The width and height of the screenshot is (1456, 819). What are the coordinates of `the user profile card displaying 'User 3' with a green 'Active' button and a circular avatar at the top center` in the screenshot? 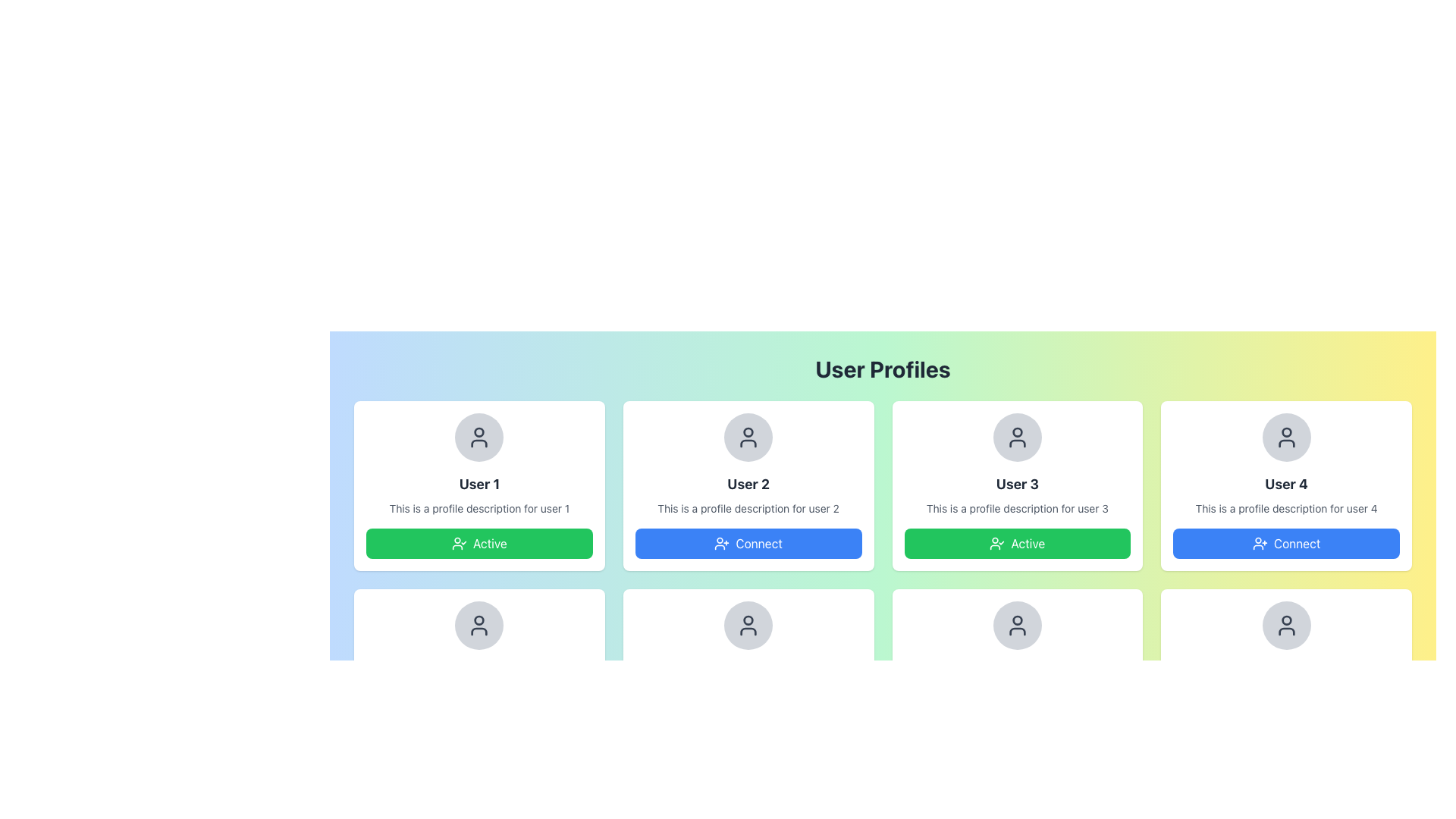 It's located at (1017, 485).